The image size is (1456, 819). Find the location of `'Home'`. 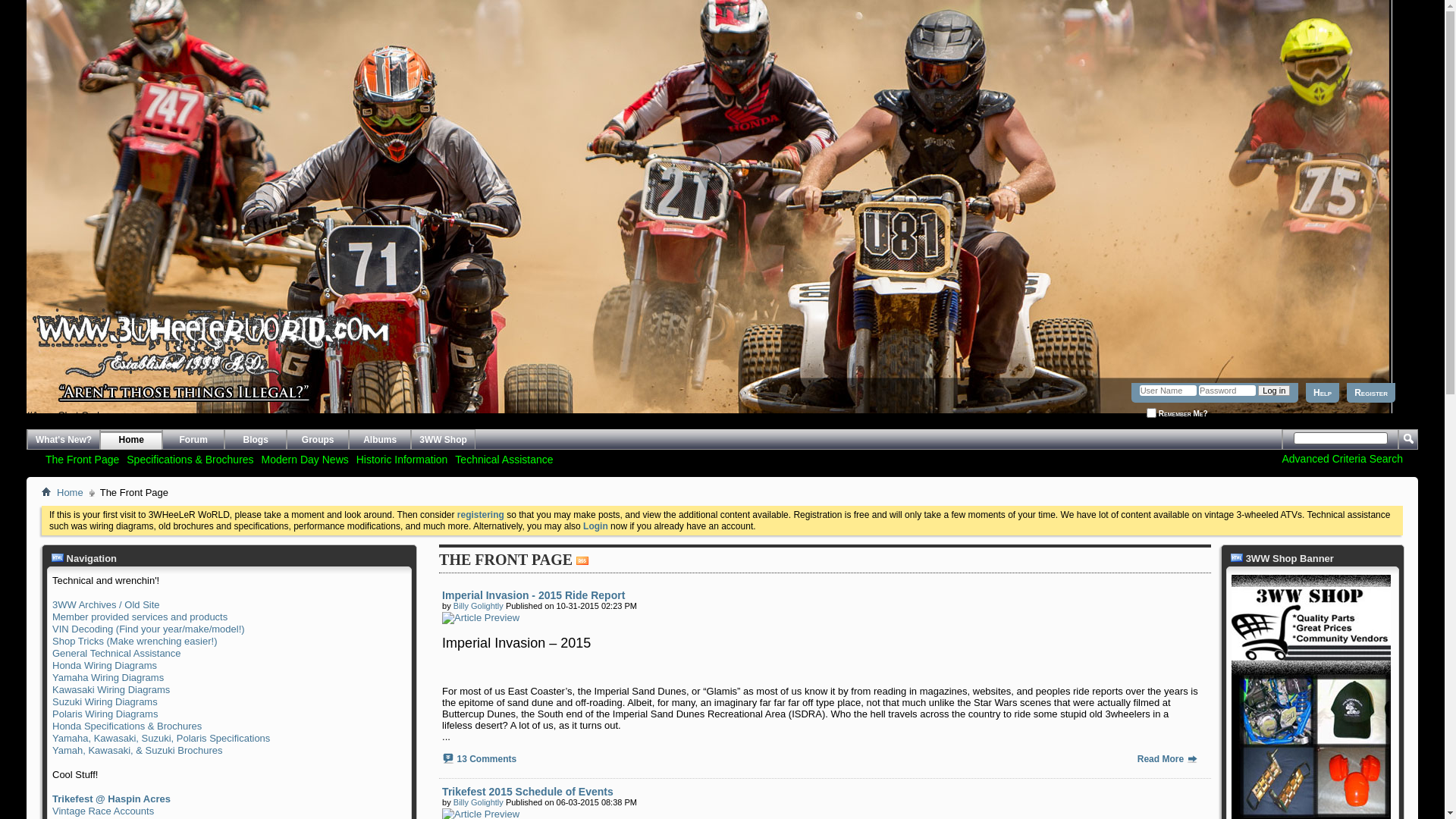

'Home' is located at coordinates (46, 491).